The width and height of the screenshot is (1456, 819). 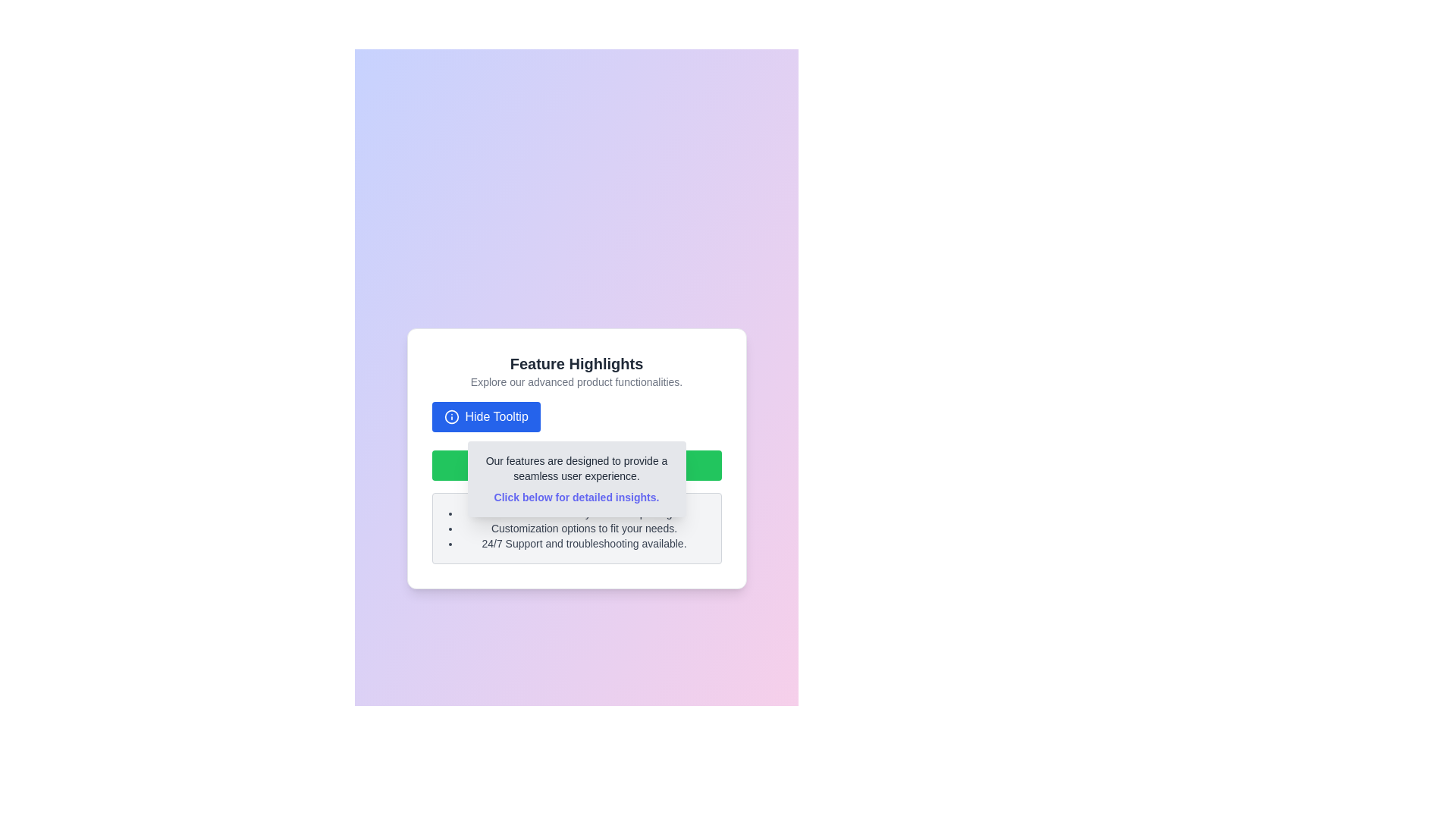 I want to click on informative text list item that describes a feature or benefit of the product, which is positioned below 'Real-time data analytics and reporting.' and above '24/7 Support and troubleshooting available.', so click(x=583, y=528).